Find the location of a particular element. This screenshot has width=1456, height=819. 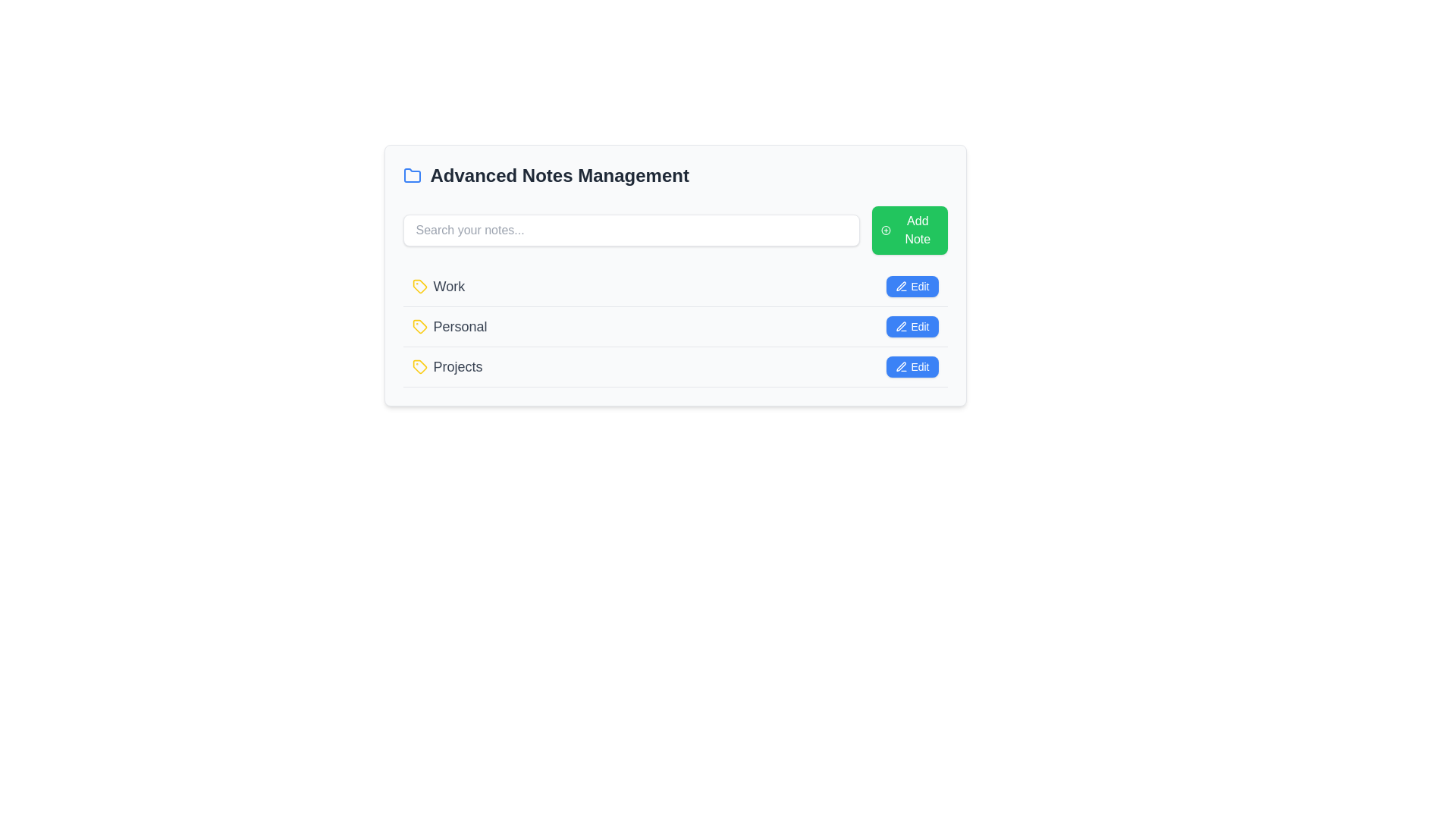

the 'Projects' category icon, which is represented by a tag icon and is located to the left of the 'Projects' label under the 'Advanced Notes Management' title is located at coordinates (419, 366).